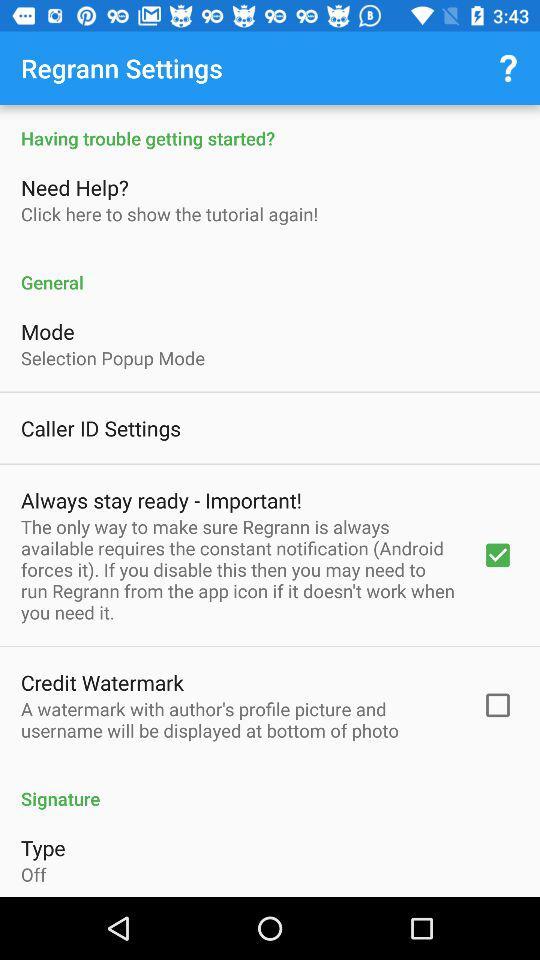 This screenshot has height=960, width=540. What do you see at coordinates (102, 682) in the screenshot?
I see `the icon above the a watermark with item` at bounding box center [102, 682].